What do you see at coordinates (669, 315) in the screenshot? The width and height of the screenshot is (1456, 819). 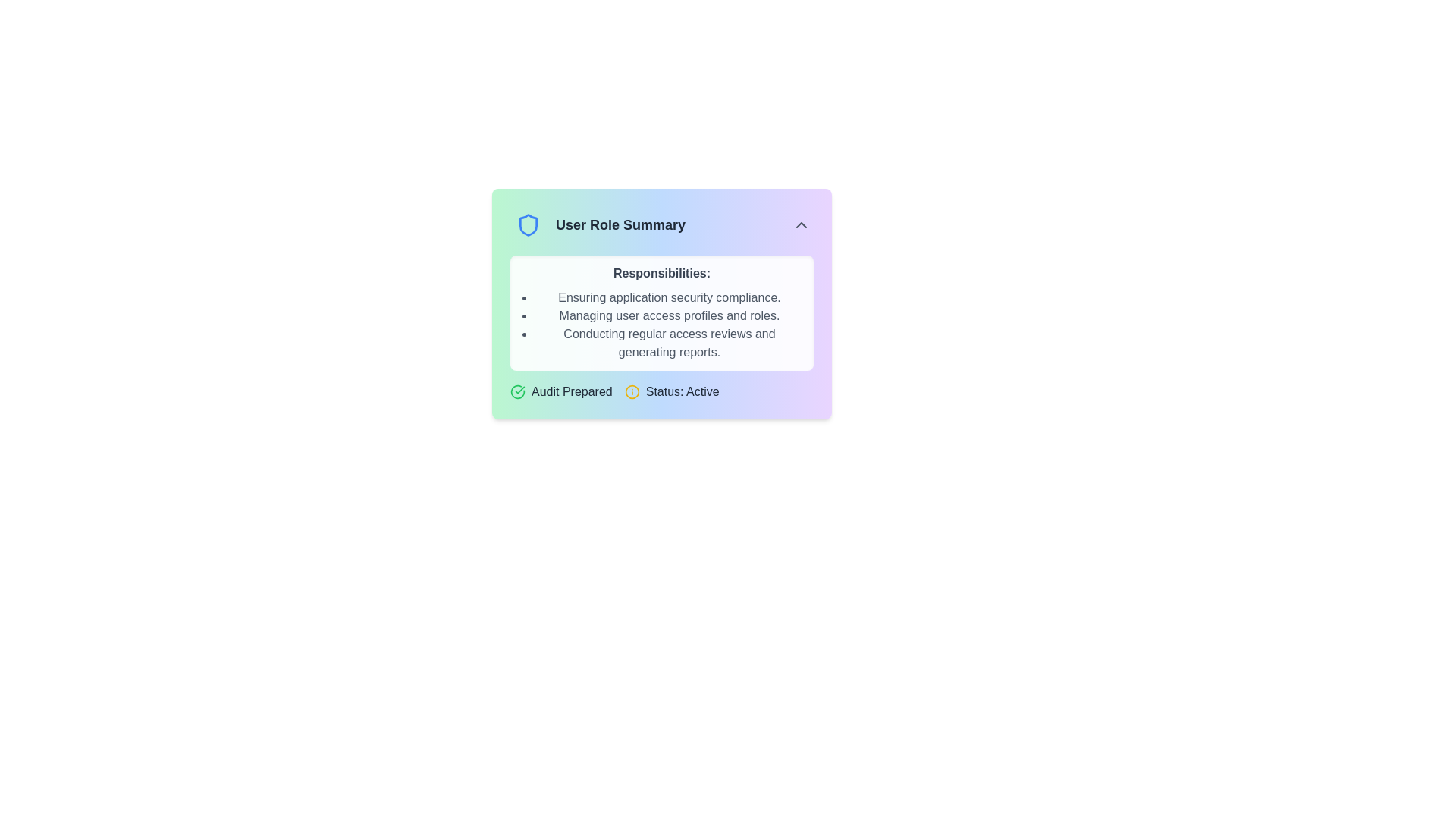 I see `the static text element displaying 'Managing user access profiles and roles.' which is the second item in the 'Responsibilities:' section of the 'User Role Summary' card` at bounding box center [669, 315].